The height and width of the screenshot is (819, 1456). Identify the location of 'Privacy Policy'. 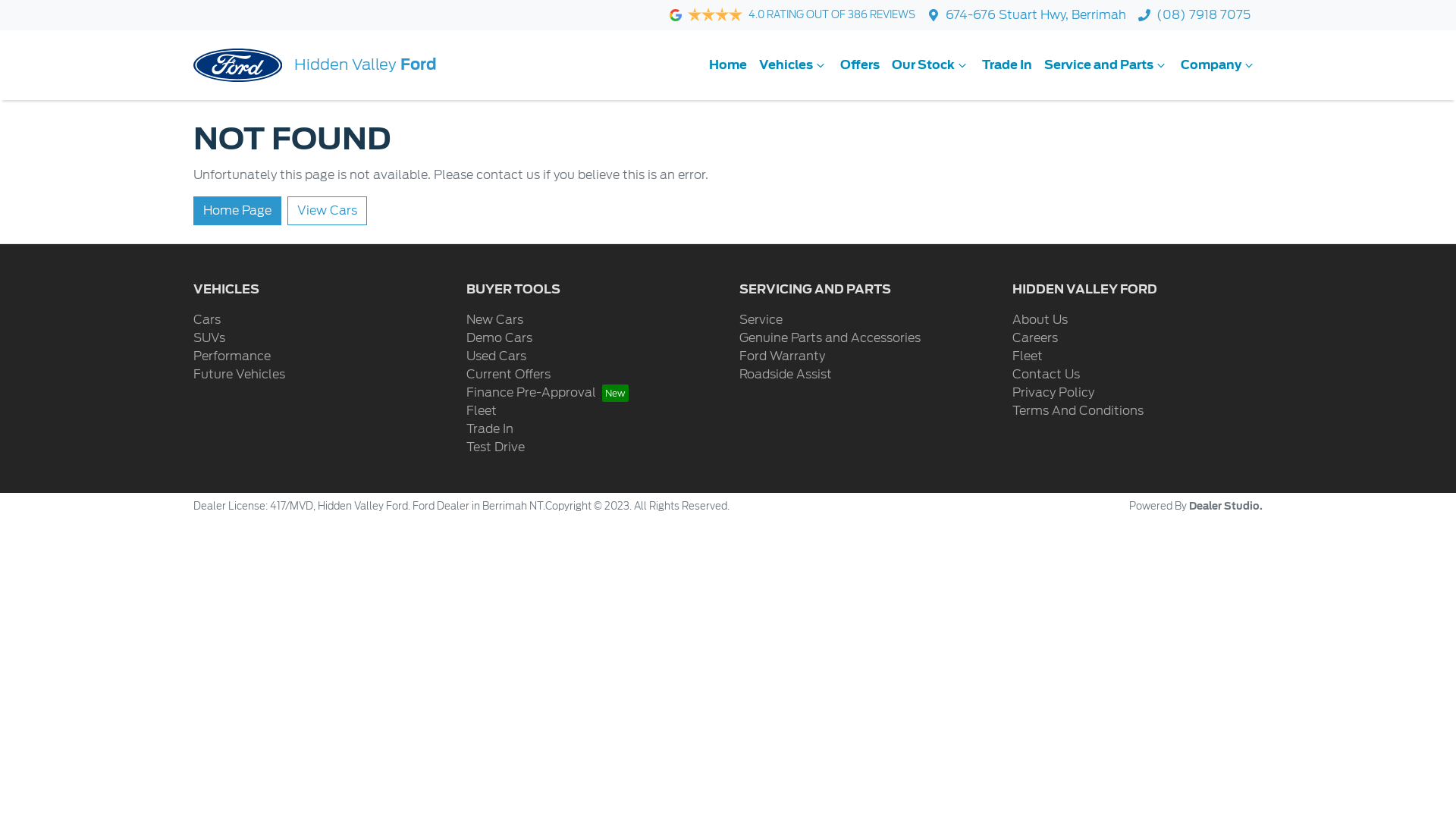
(1052, 391).